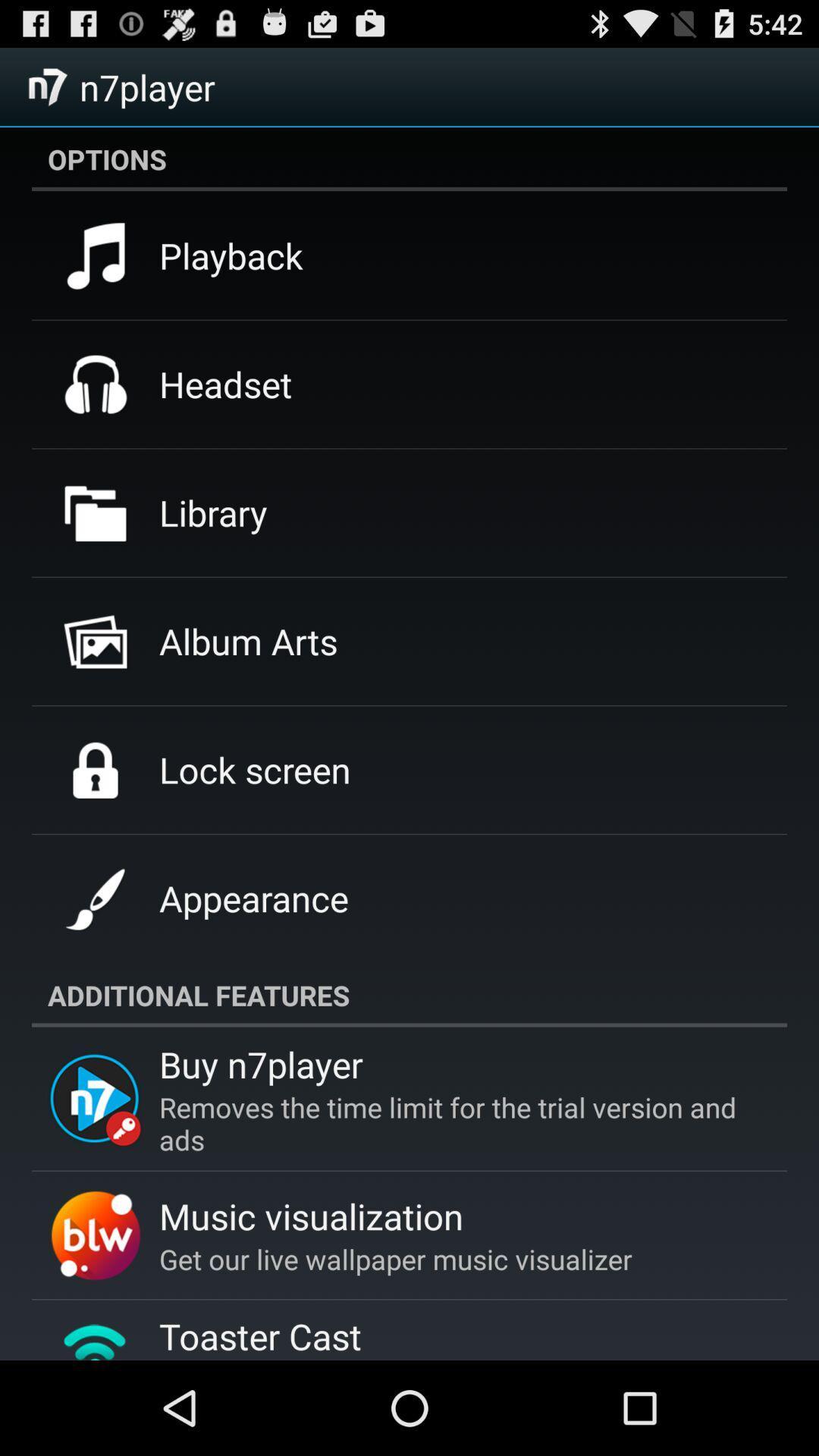 This screenshot has height=1456, width=819. I want to click on icon above the additional features app, so click(253, 898).